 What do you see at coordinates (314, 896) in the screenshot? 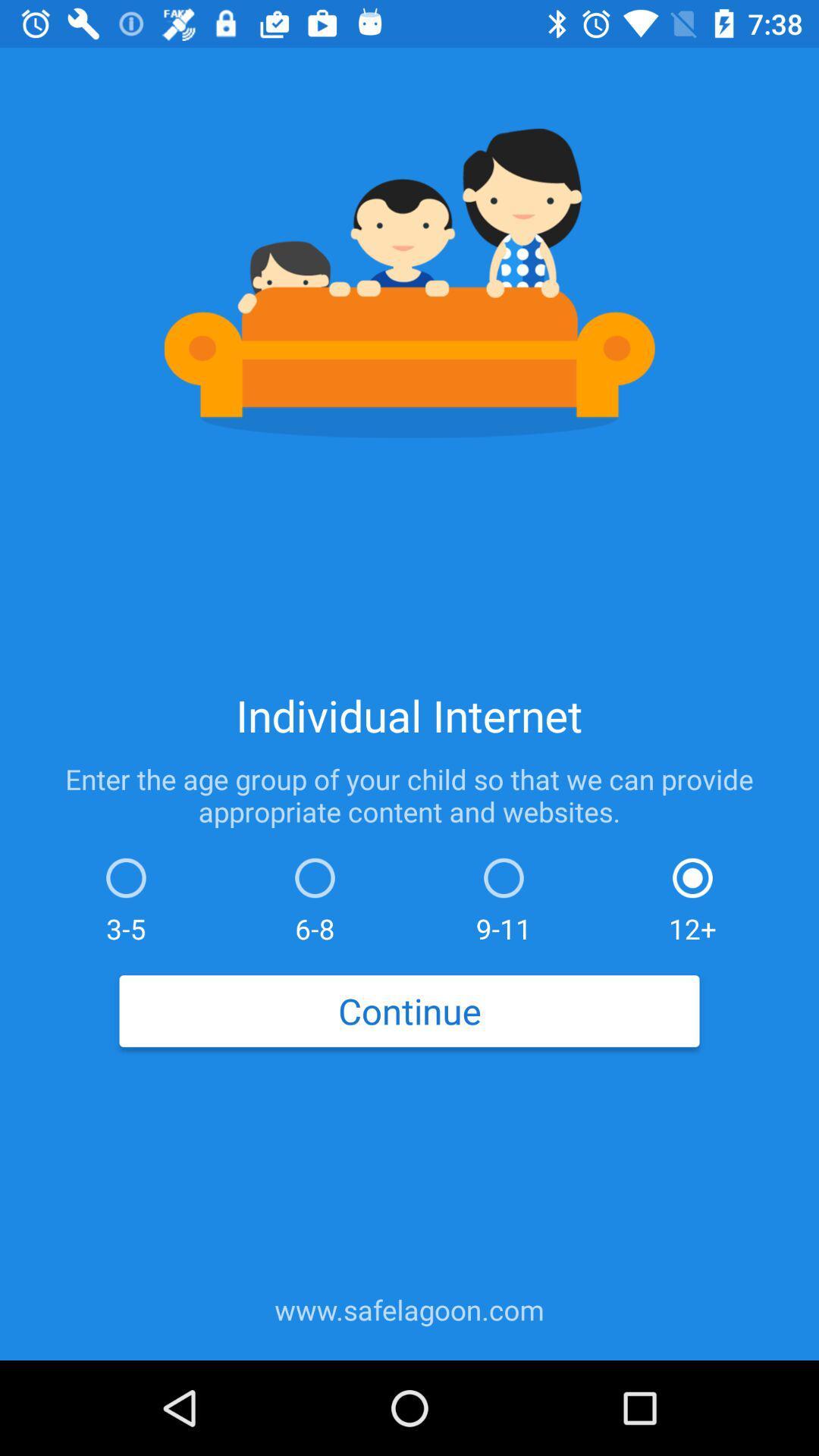
I see `item next to 3-5` at bounding box center [314, 896].